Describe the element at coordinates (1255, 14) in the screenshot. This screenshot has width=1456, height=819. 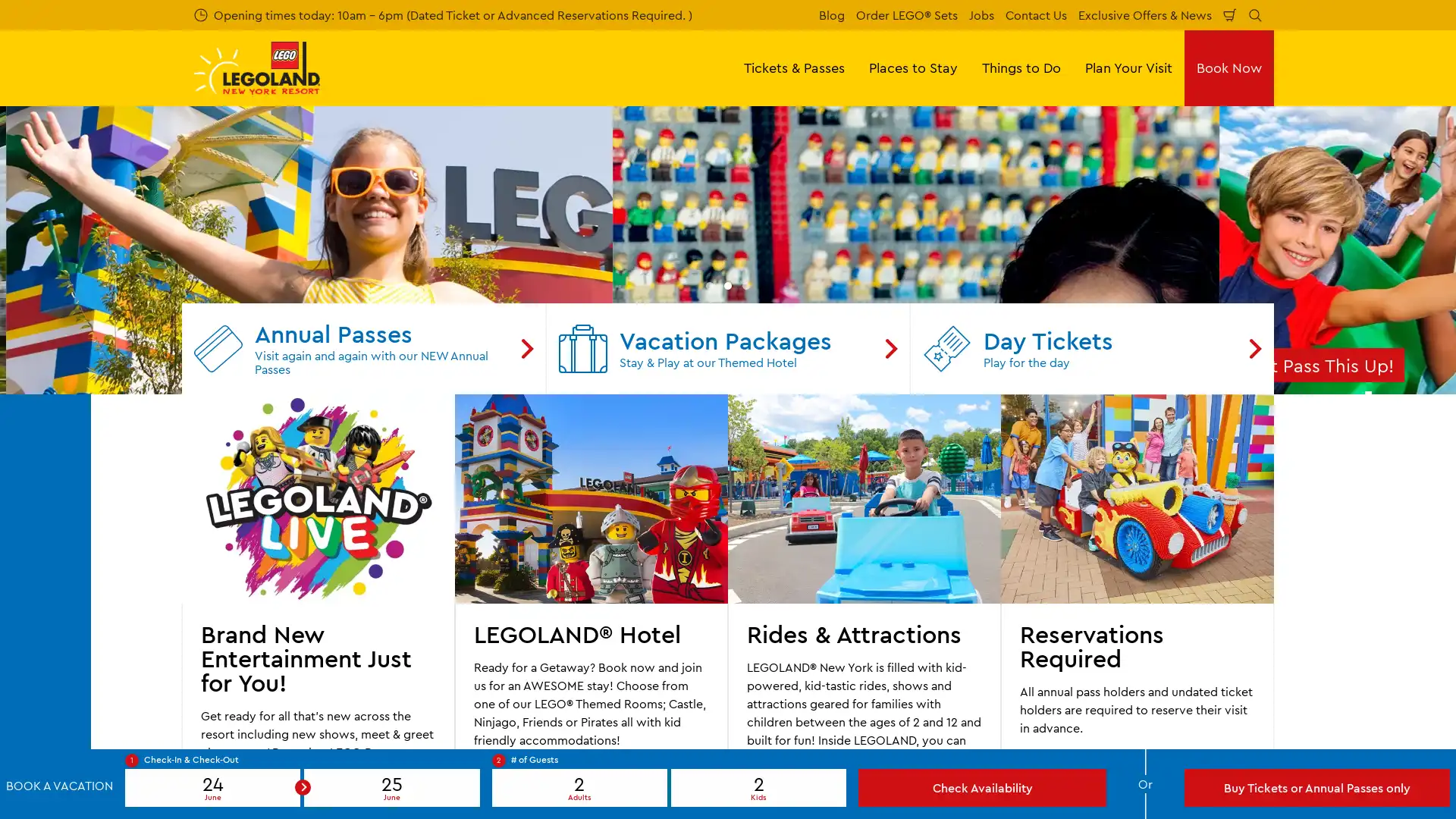
I see `sr search test` at that location.